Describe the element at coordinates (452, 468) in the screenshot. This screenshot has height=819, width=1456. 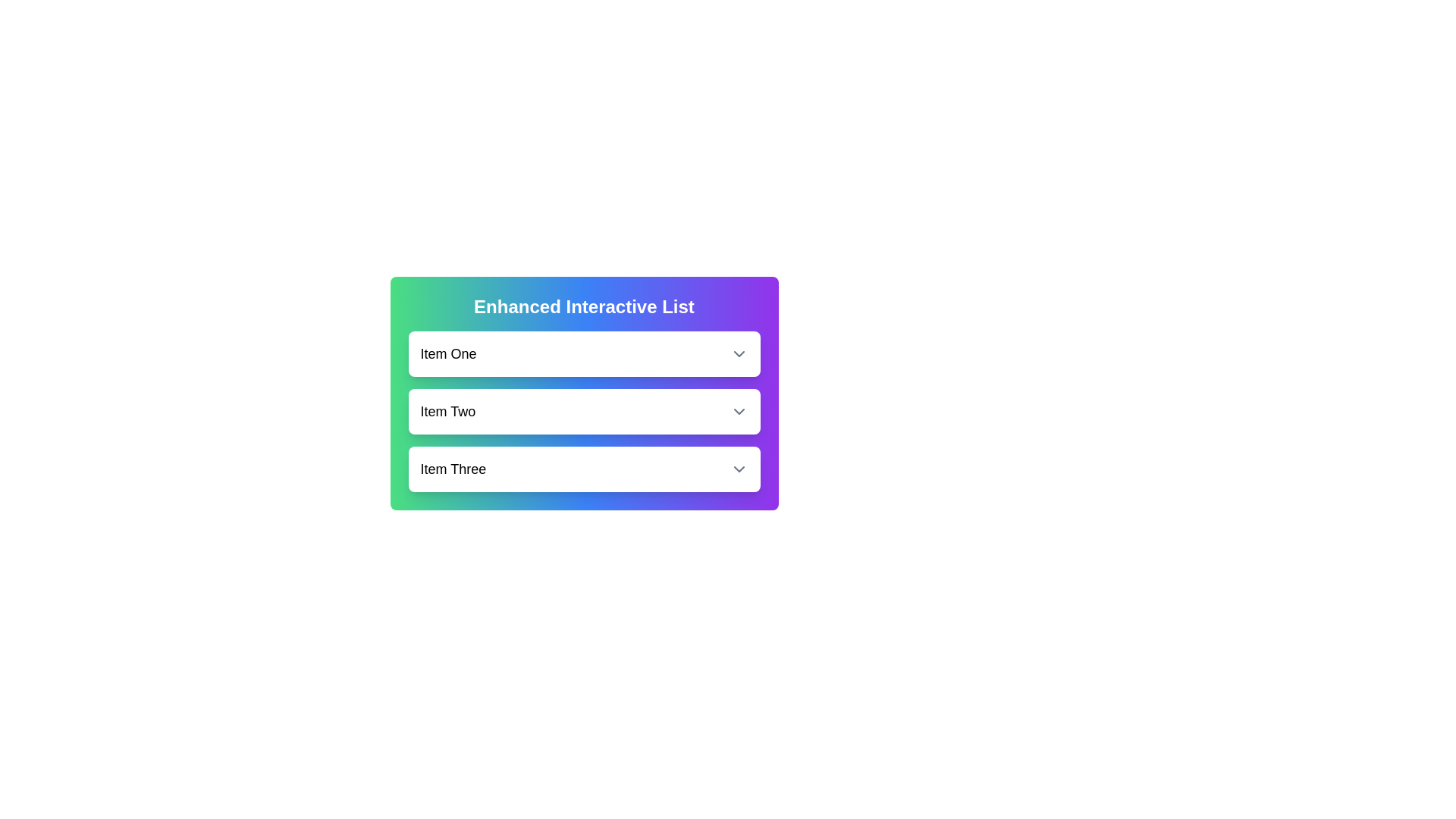
I see `the text label displaying 'Item Three', which is the third item in a vertically stacked list and is aligned with a downward-pointing chevron icon` at that location.